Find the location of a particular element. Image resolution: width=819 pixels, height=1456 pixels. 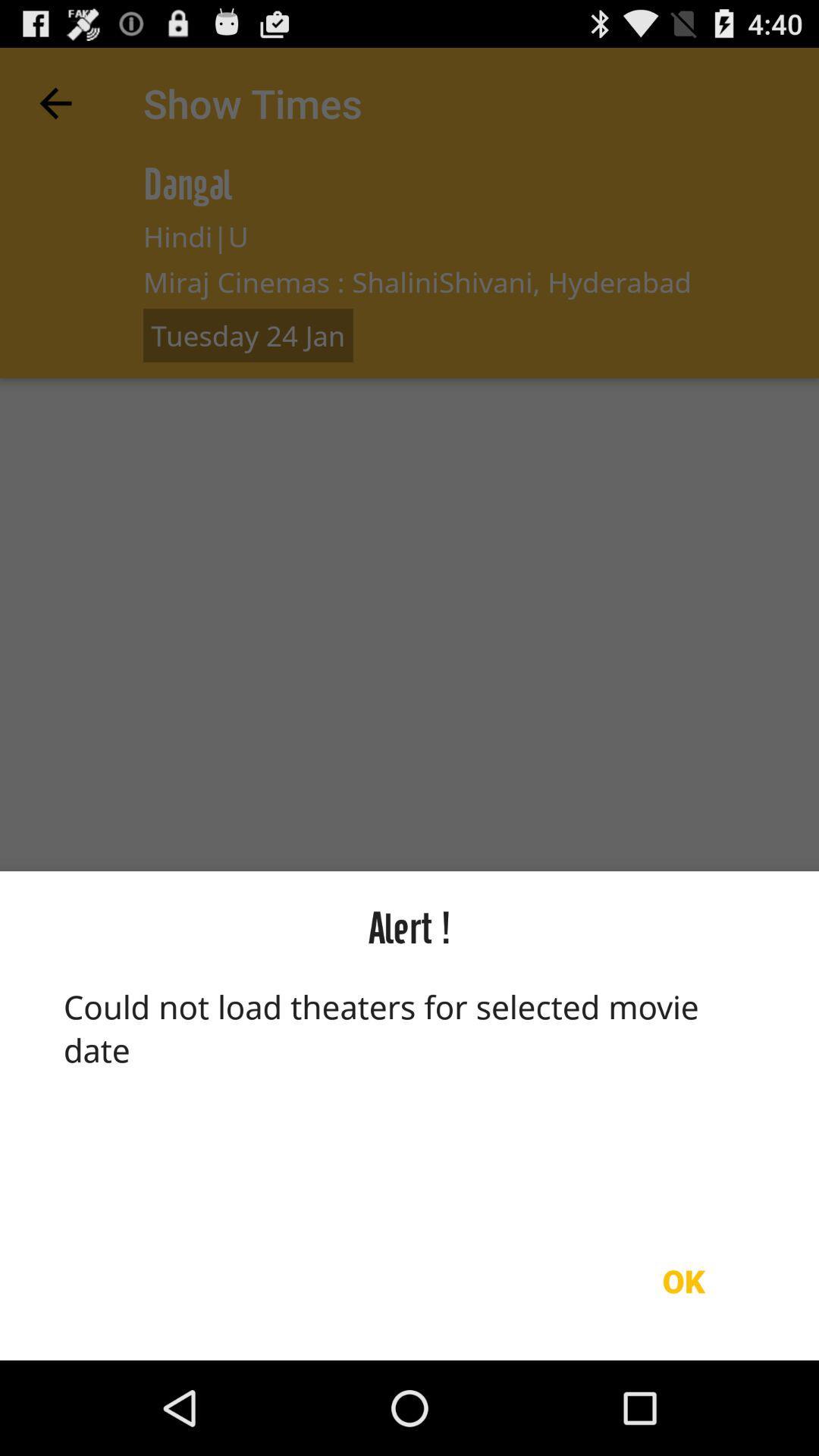

the item at the bottom right corner is located at coordinates (683, 1280).